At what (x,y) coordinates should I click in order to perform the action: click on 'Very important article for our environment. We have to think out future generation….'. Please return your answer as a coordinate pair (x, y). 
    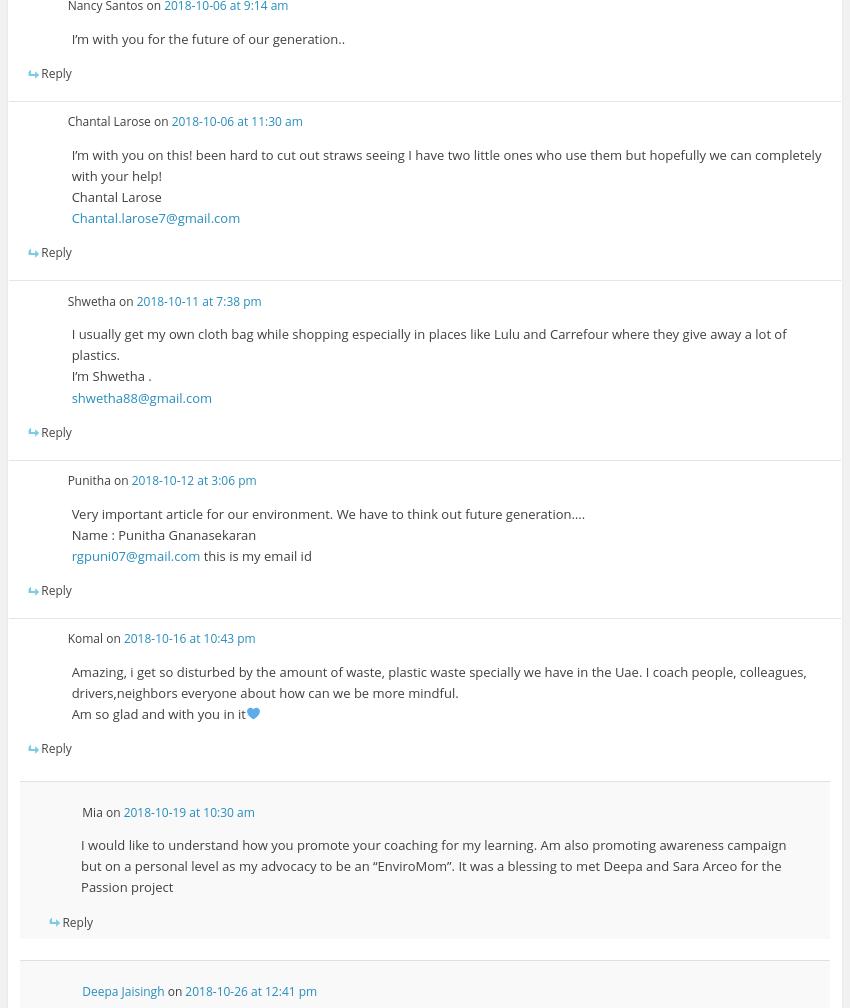
    Looking at the image, I should click on (328, 512).